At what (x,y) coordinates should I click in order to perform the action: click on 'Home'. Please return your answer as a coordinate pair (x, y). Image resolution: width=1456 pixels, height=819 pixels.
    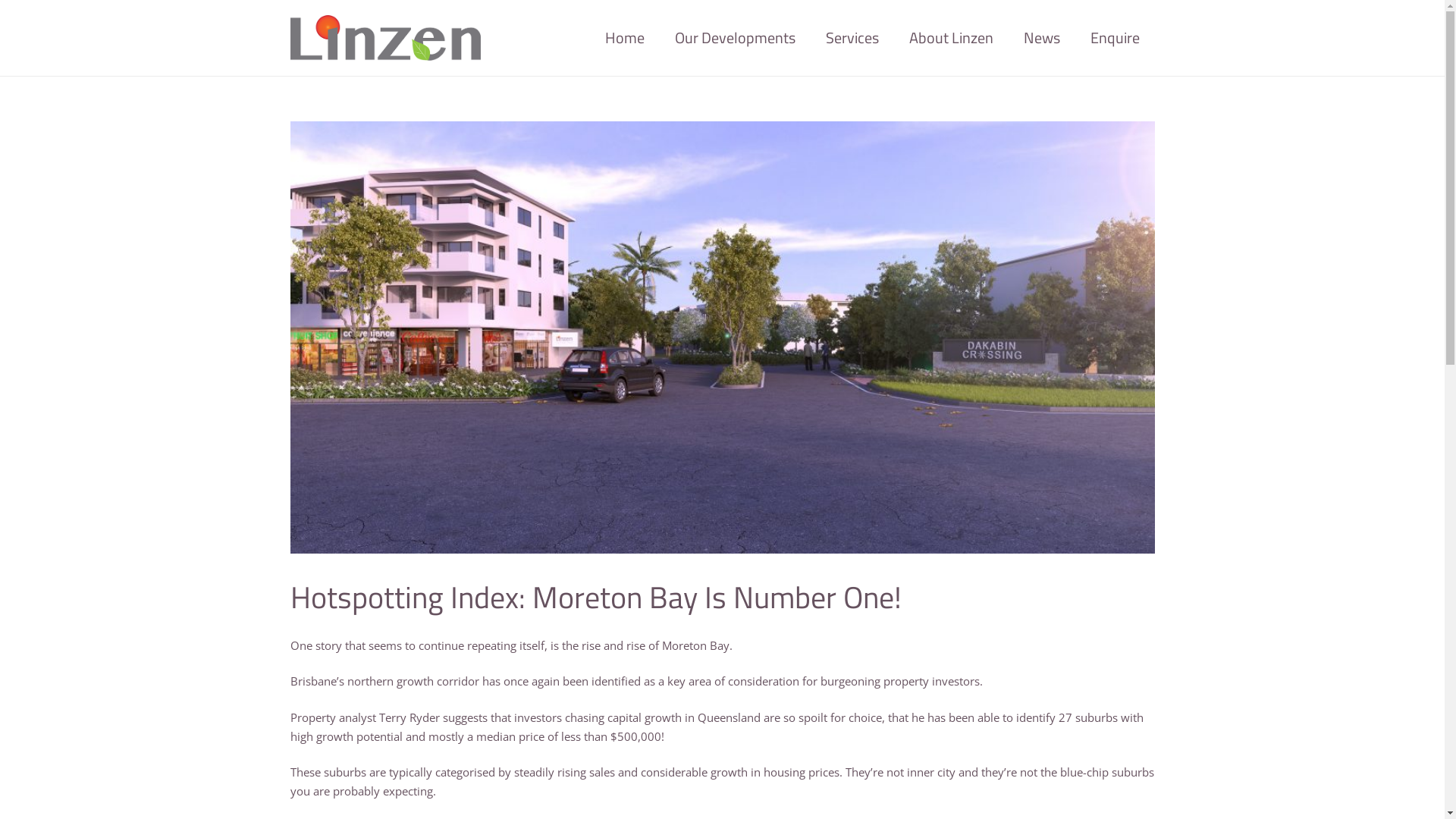
    Looking at the image, I should click on (588, 37).